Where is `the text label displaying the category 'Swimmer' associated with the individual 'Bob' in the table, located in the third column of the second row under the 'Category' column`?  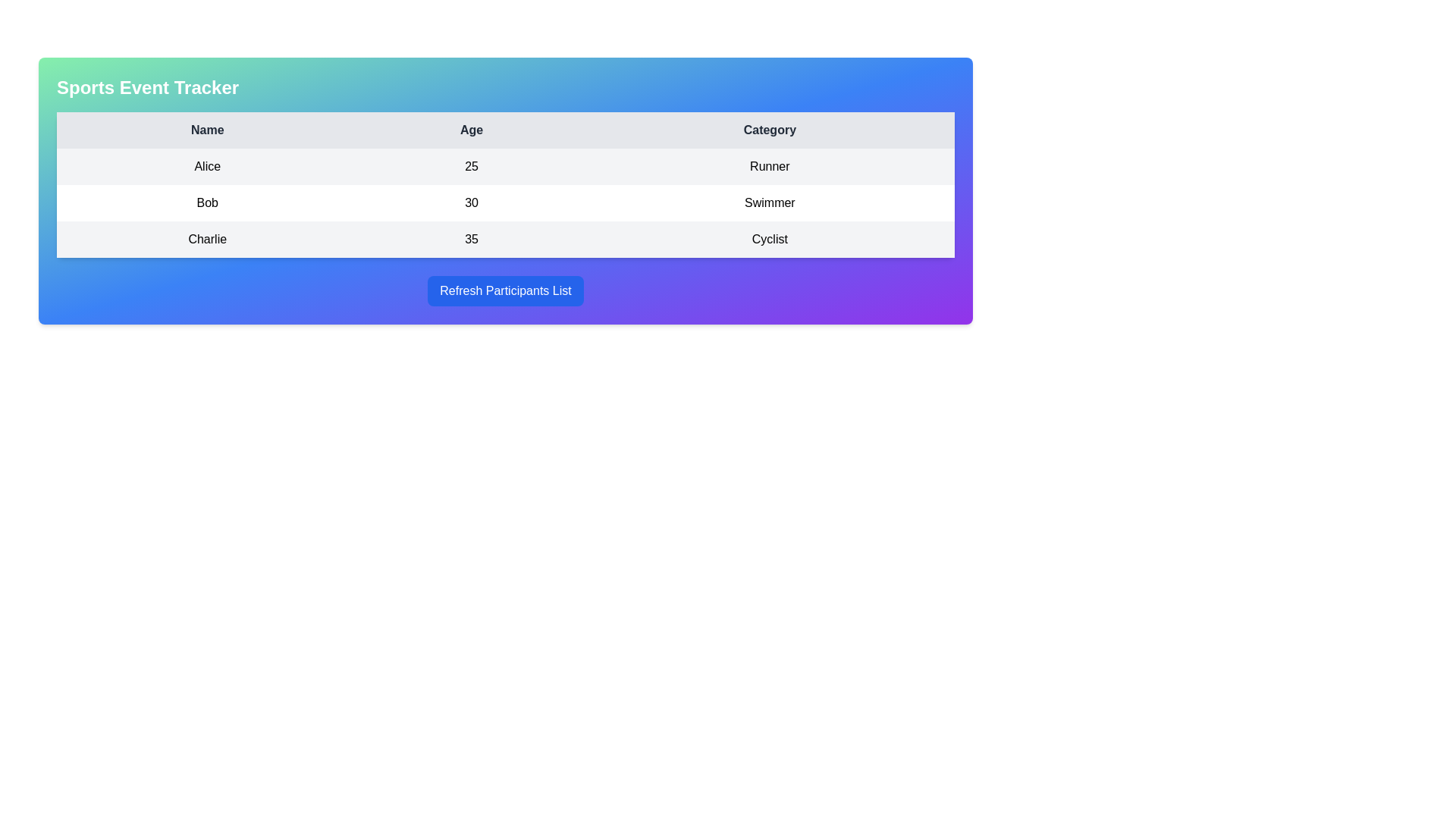
the text label displaying the category 'Swimmer' associated with the individual 'Bob' in the table, located in the third column of the second row under the 'Category' column is located at coordinates (770, 202).